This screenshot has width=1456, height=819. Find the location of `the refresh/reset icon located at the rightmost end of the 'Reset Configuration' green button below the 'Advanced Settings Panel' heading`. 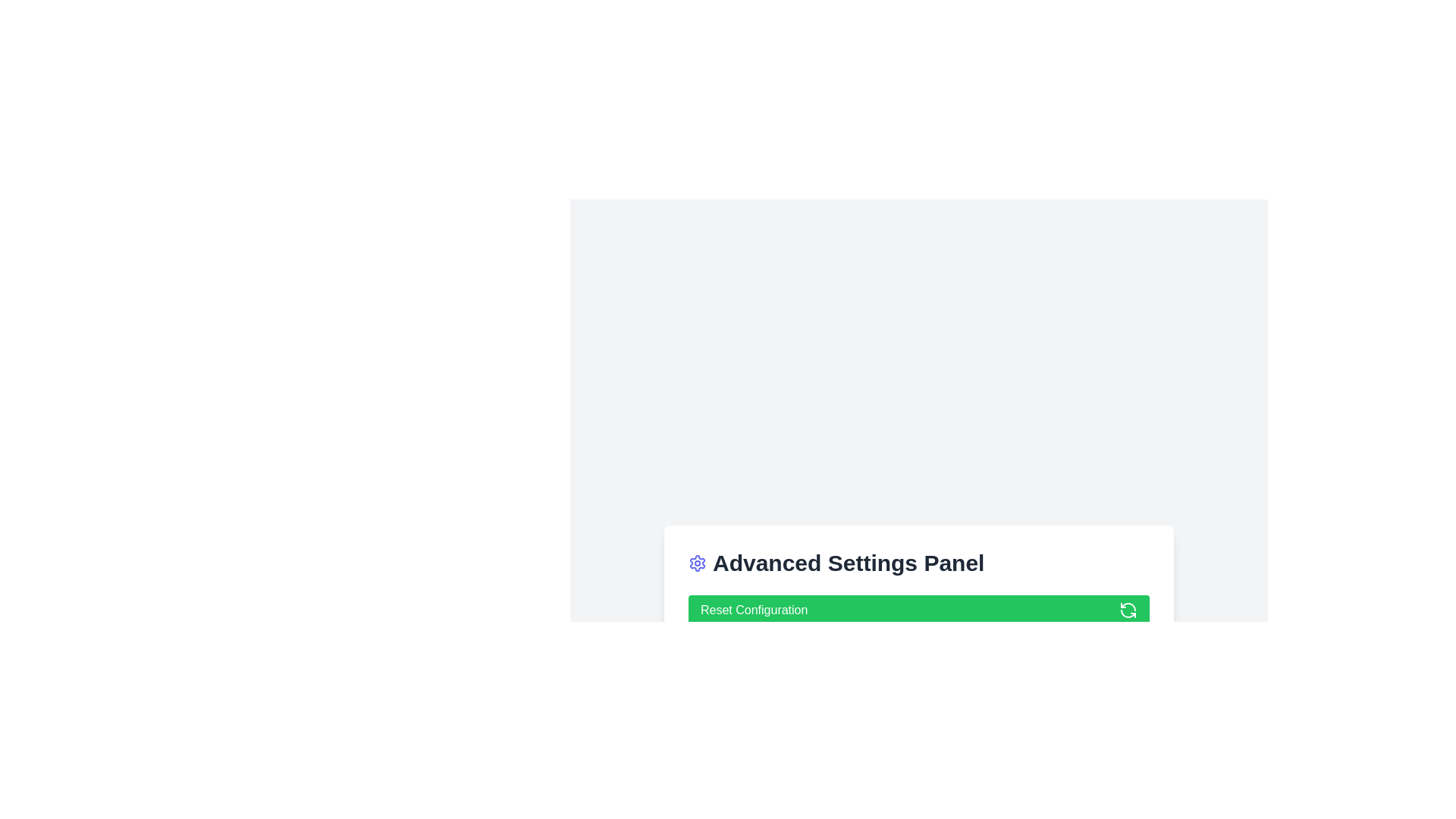

the refresh/reset icon located at the rightmost end of the 'Reset Configuration' green button below the 'Advanced Settings Panel' heading is located at coordinates (1128, 610).